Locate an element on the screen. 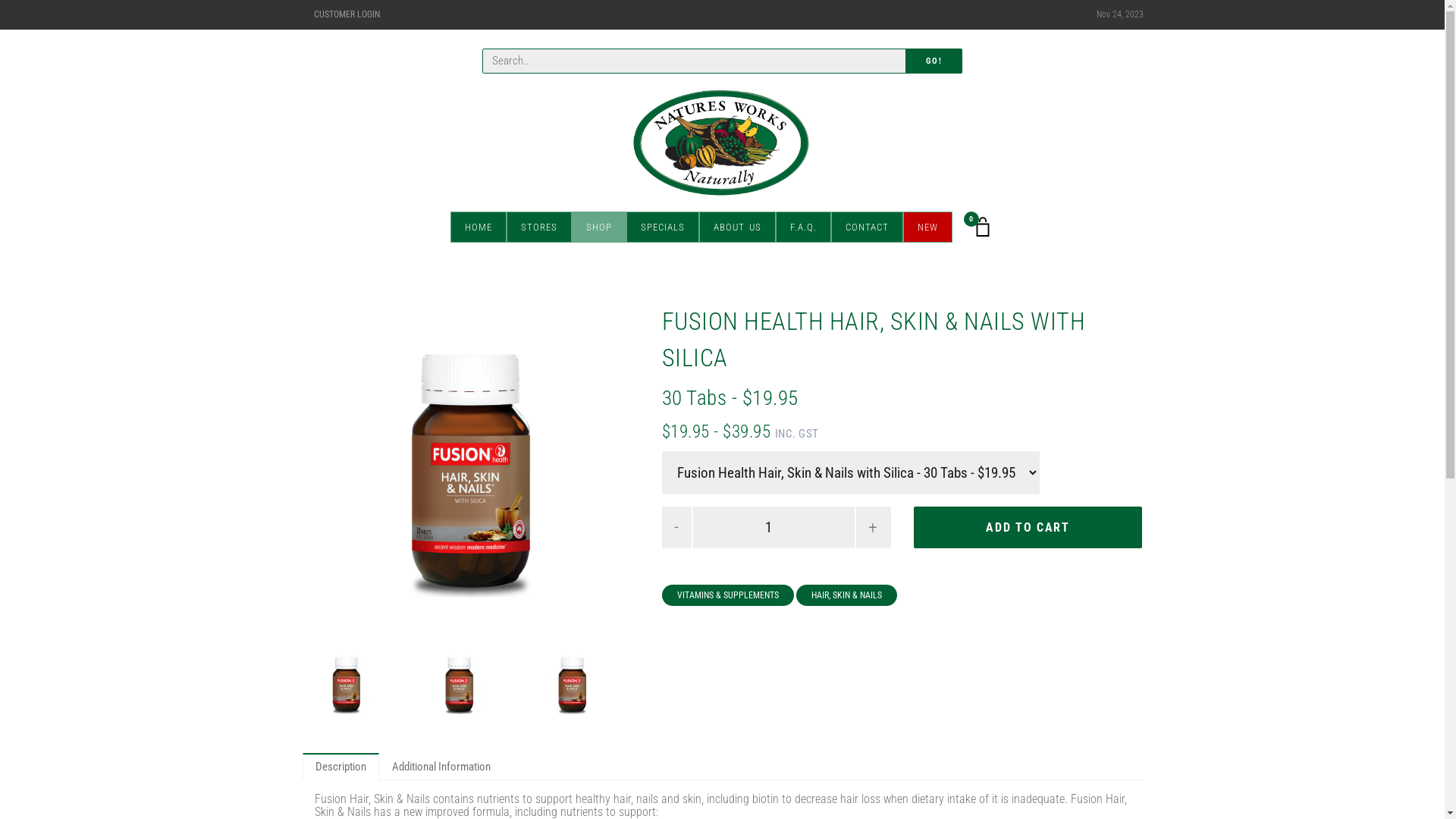  'F.A.Q.' is located at coordinates (802, 226).